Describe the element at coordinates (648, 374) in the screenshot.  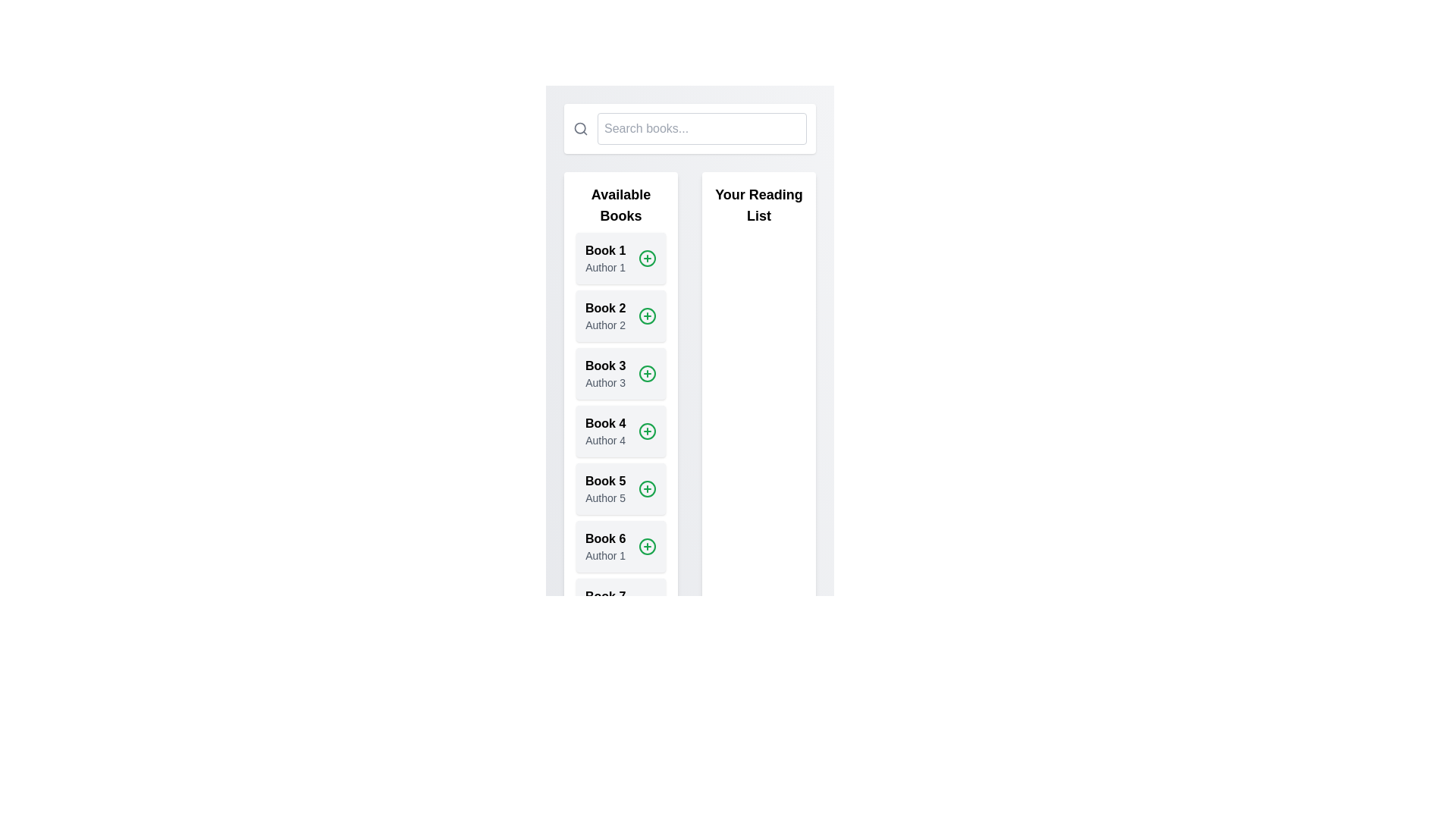
I see `the green circular outline icon with a plus sign, which is aligned with the book titled 'Book 3' authored by 'Author 3'` at that location.